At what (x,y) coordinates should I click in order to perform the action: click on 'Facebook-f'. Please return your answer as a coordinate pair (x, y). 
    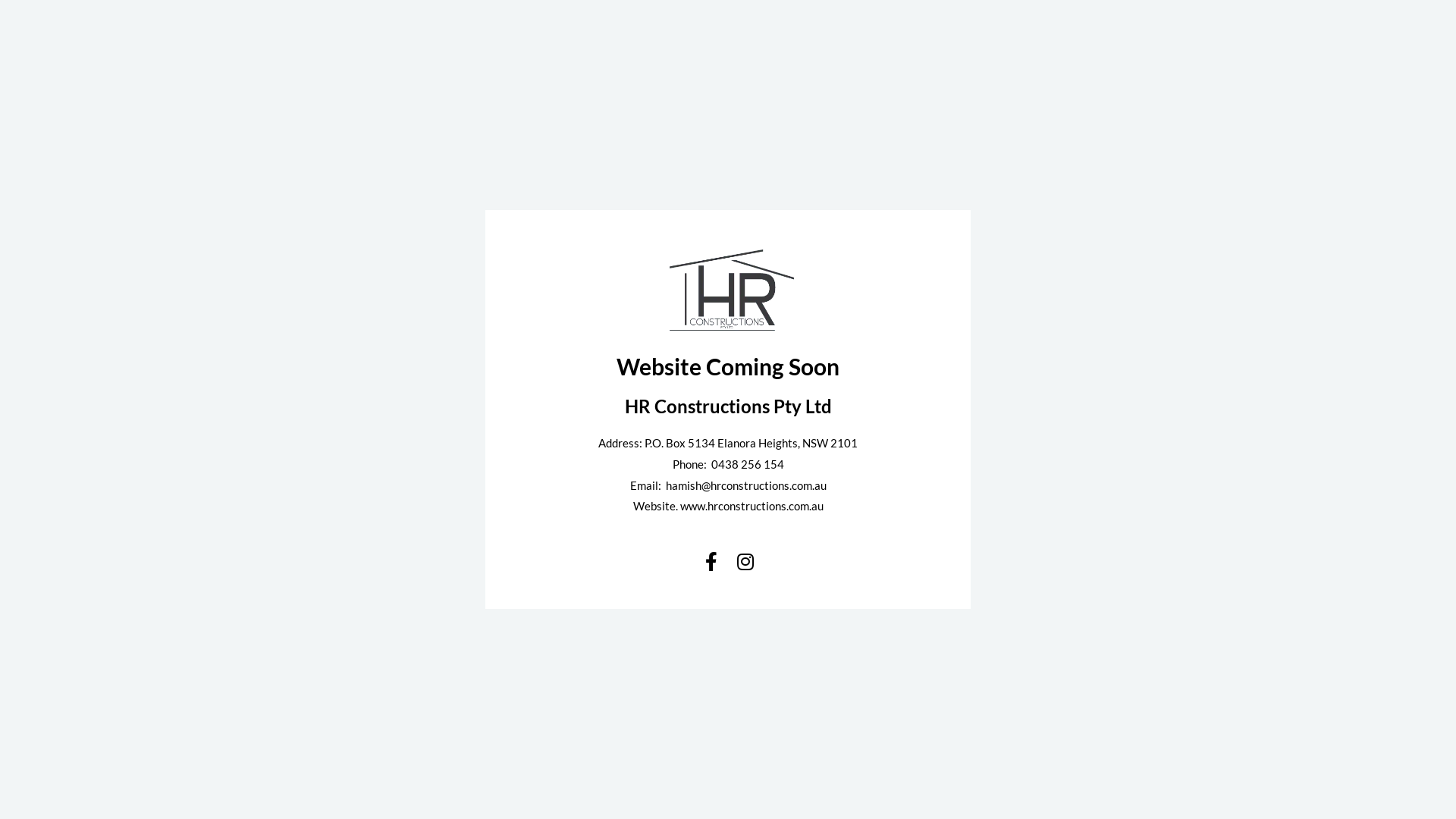
    Looking at the image, I should click on (710, 561).